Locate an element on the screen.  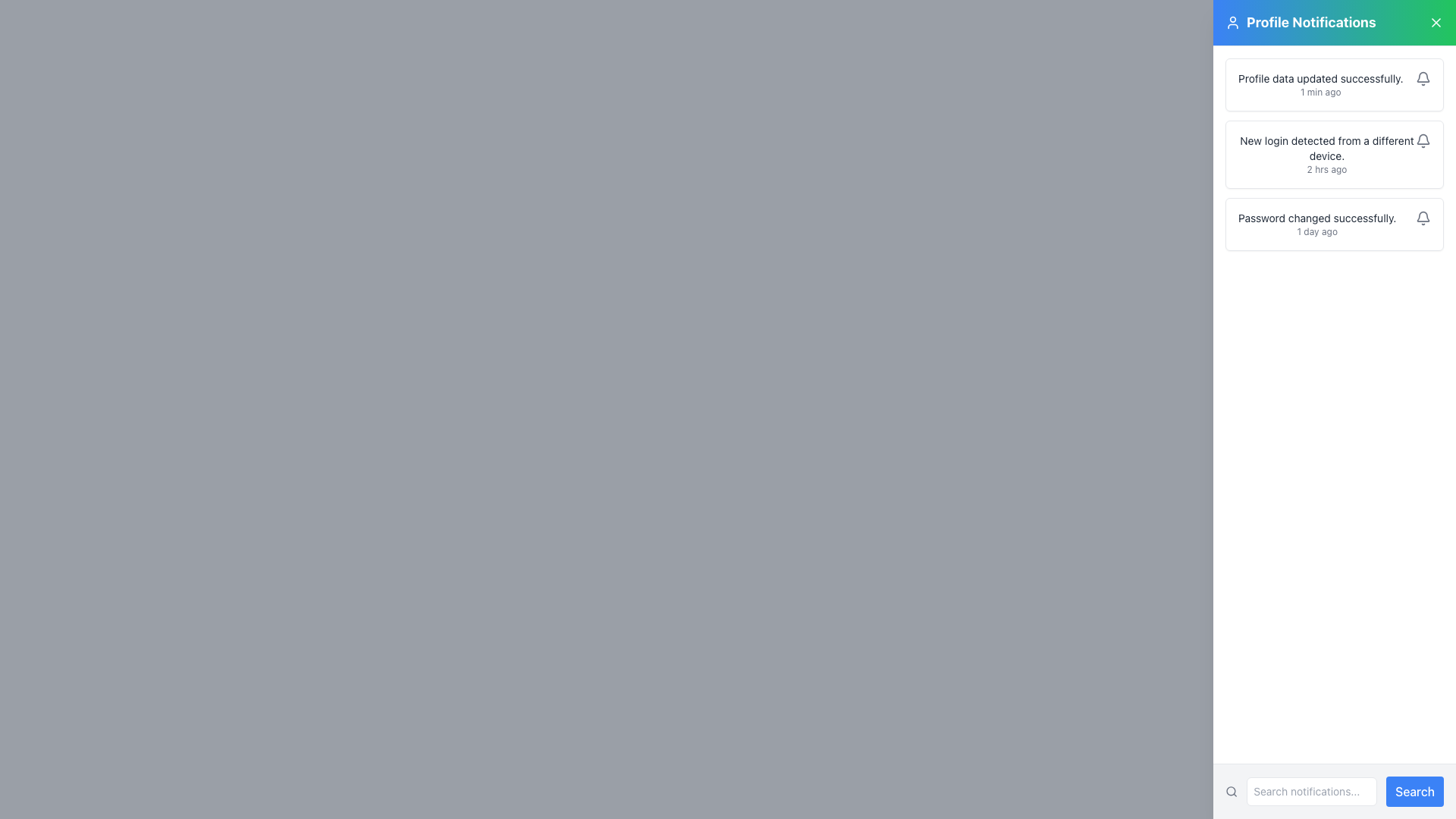
the text display element that shows 'Password changed successfully.' in the third notification card of the 'Profile Notifications' panel is located at coordinates (1316, 224).